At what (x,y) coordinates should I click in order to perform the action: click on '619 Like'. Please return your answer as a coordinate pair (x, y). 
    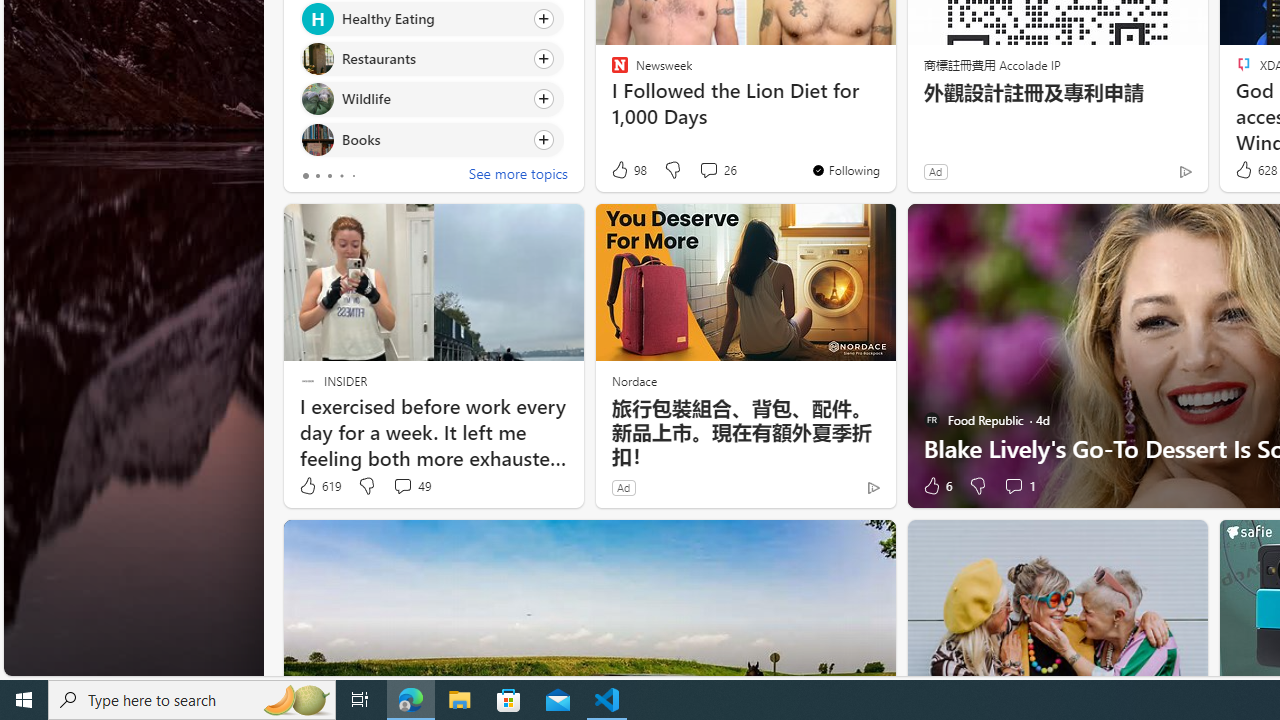
    Looking at the image, I should click on (318, 486).